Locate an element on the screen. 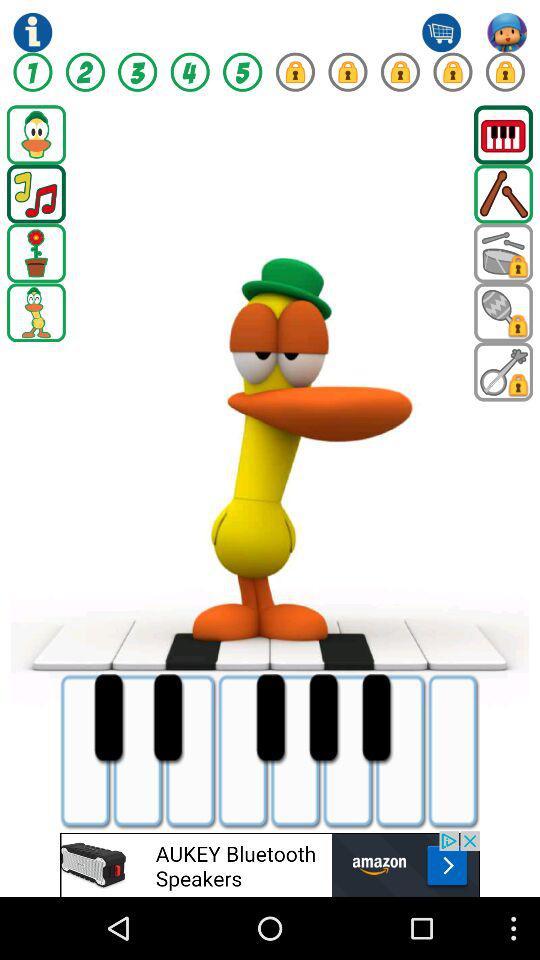  informations is located at coordinates (31, 31).